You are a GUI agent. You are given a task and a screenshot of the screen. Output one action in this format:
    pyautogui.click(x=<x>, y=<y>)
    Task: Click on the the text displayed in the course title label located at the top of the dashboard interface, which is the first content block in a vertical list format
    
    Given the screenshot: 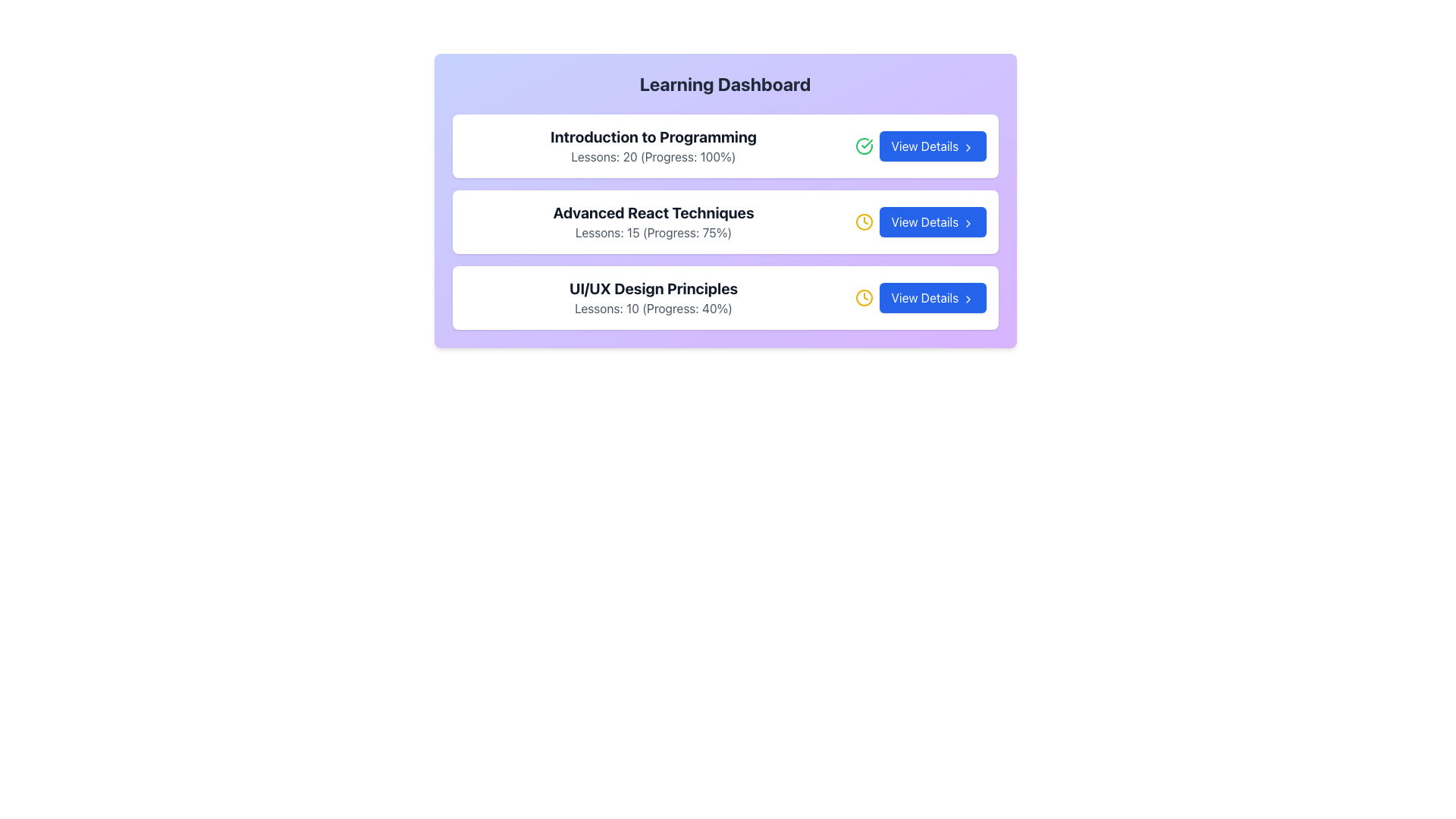 What is the action you would take?
    pyautogui.click(x=654, y=137)
    